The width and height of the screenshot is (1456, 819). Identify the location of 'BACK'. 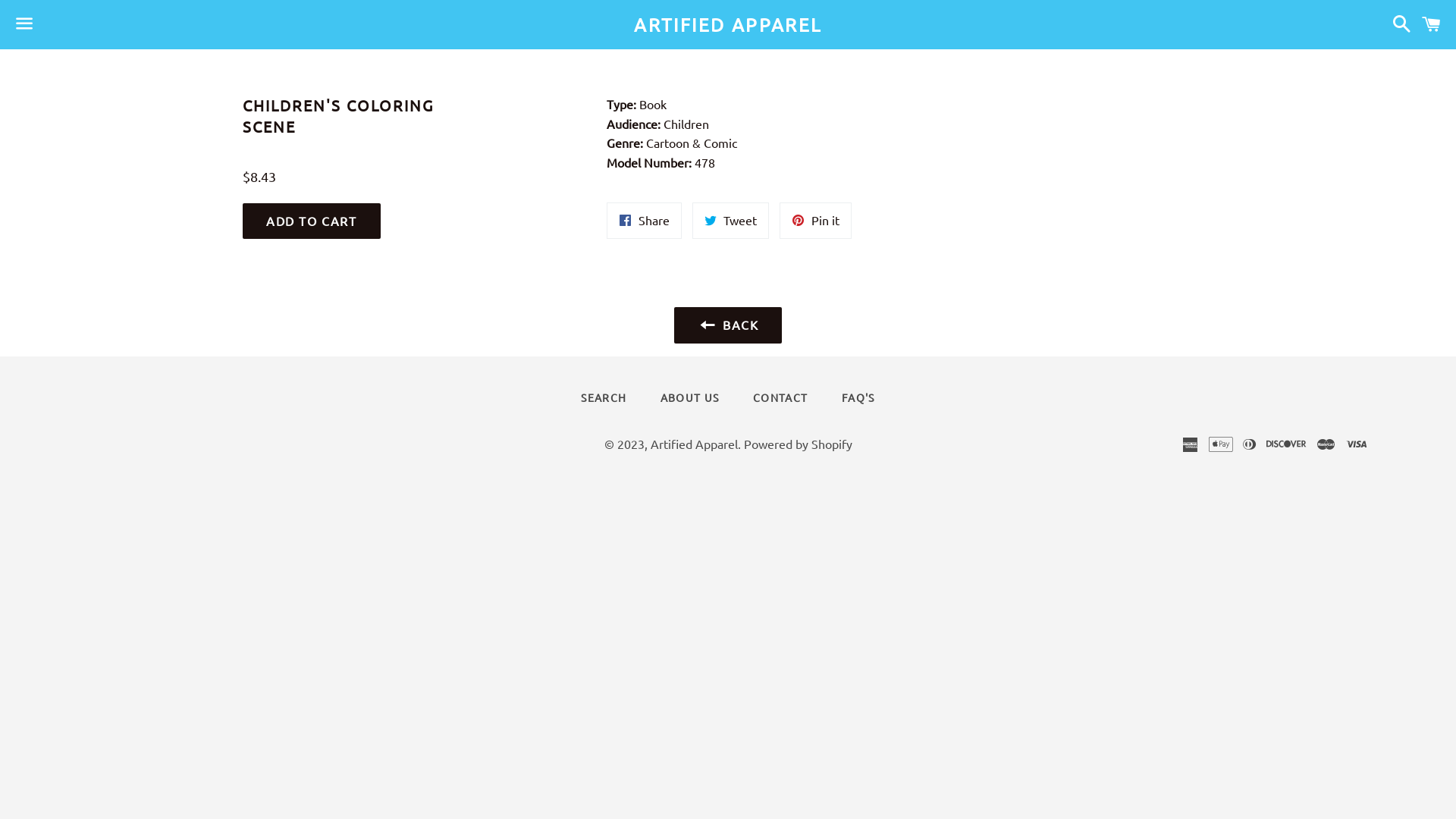
(728, 324).